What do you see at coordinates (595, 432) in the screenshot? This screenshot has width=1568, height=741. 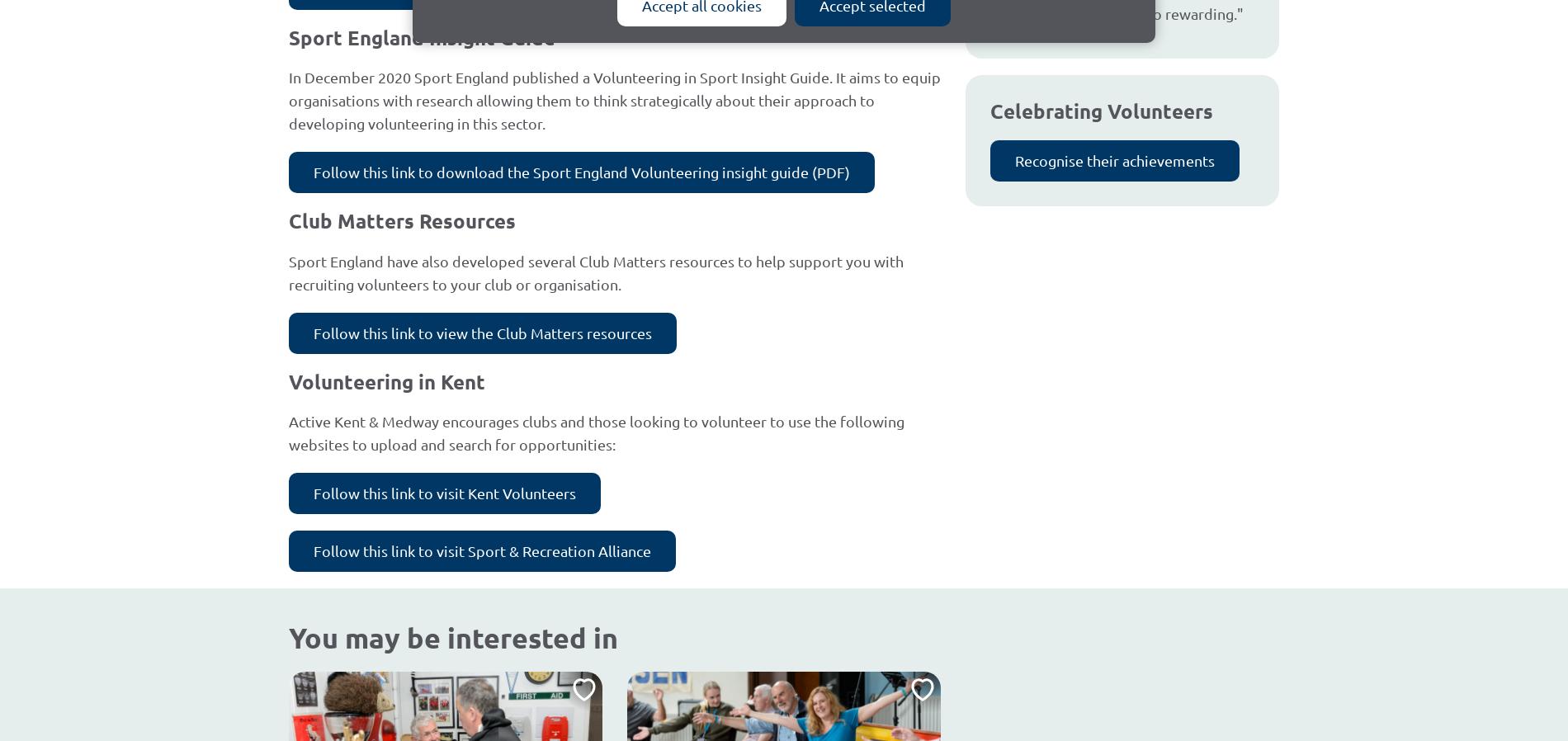 I see `'Active Kent & Medway encourages clubs and those looking to volunteer to use the following websites to upload and search for opportunities:'` at bounding box center [595, 432].